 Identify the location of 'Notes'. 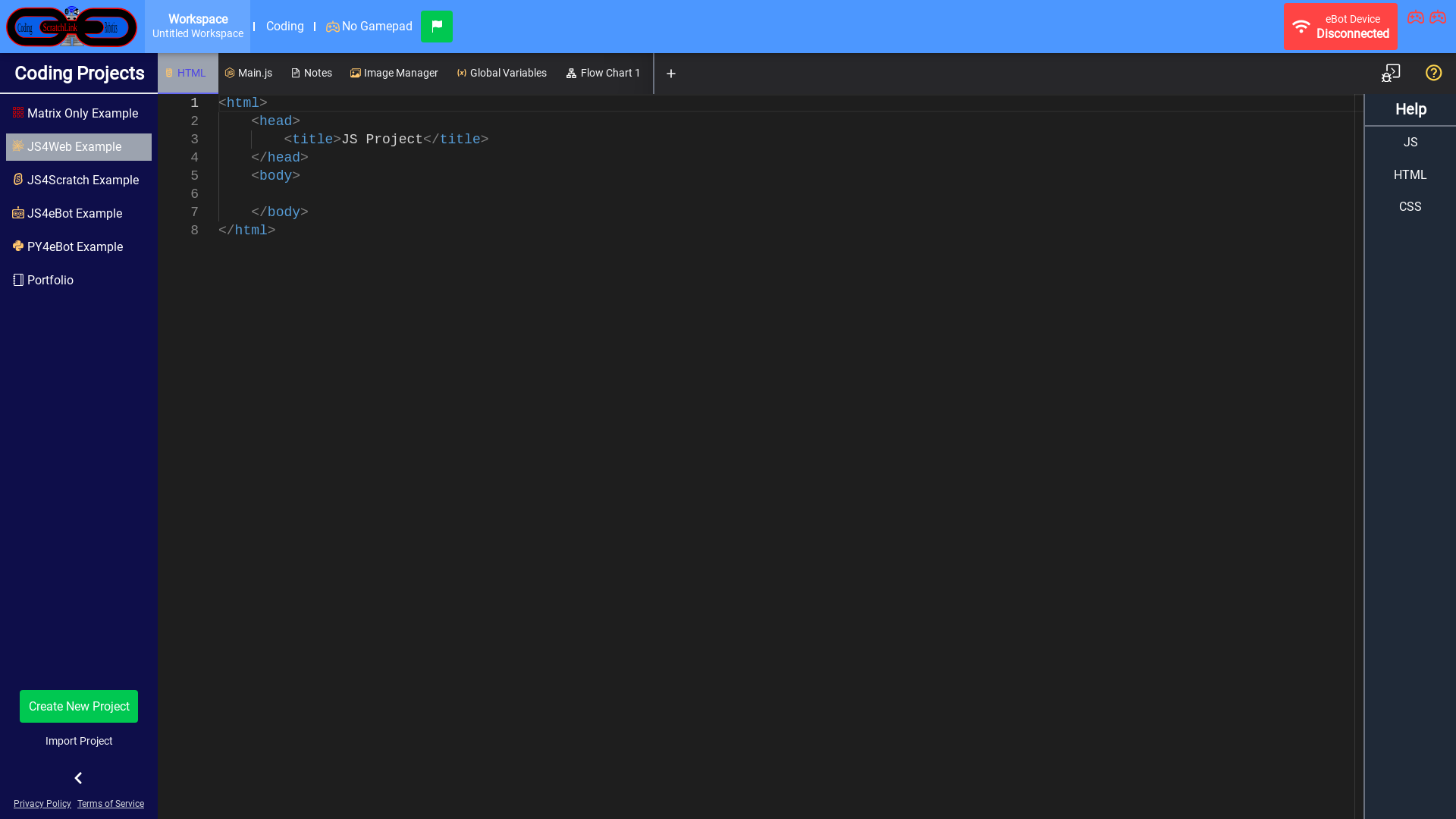
(284, 73).